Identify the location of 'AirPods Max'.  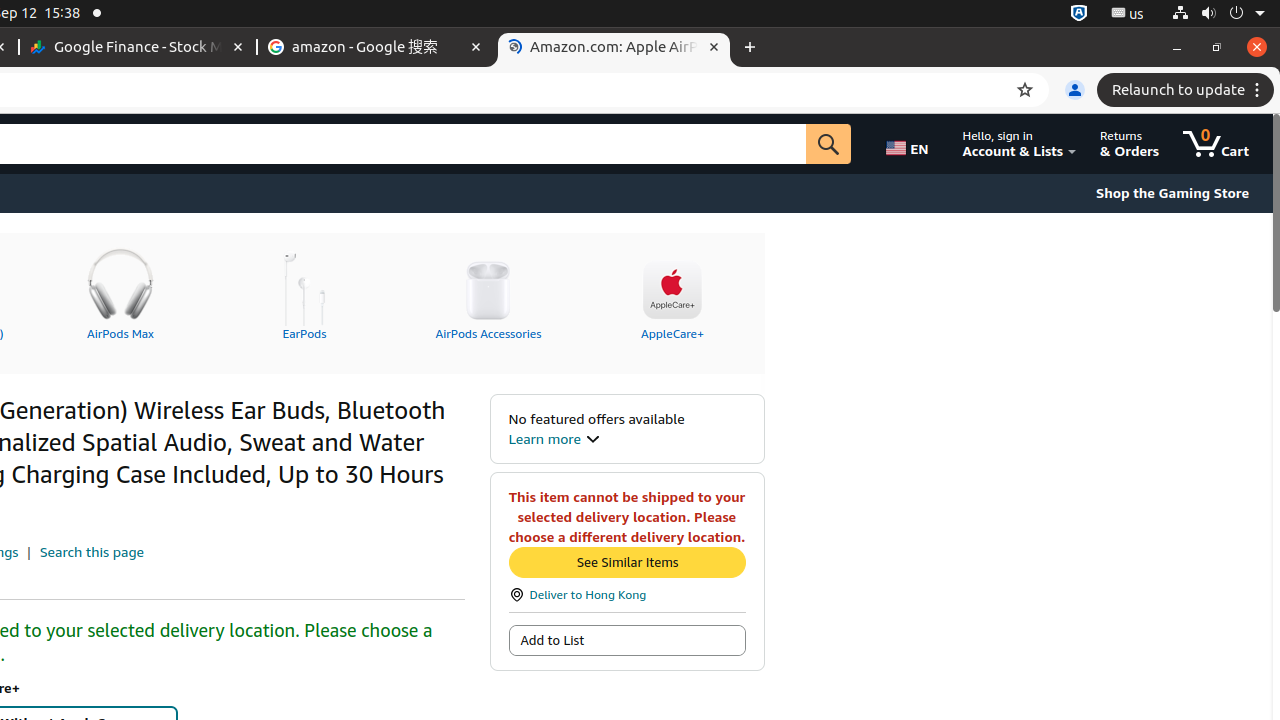
(119, 291).